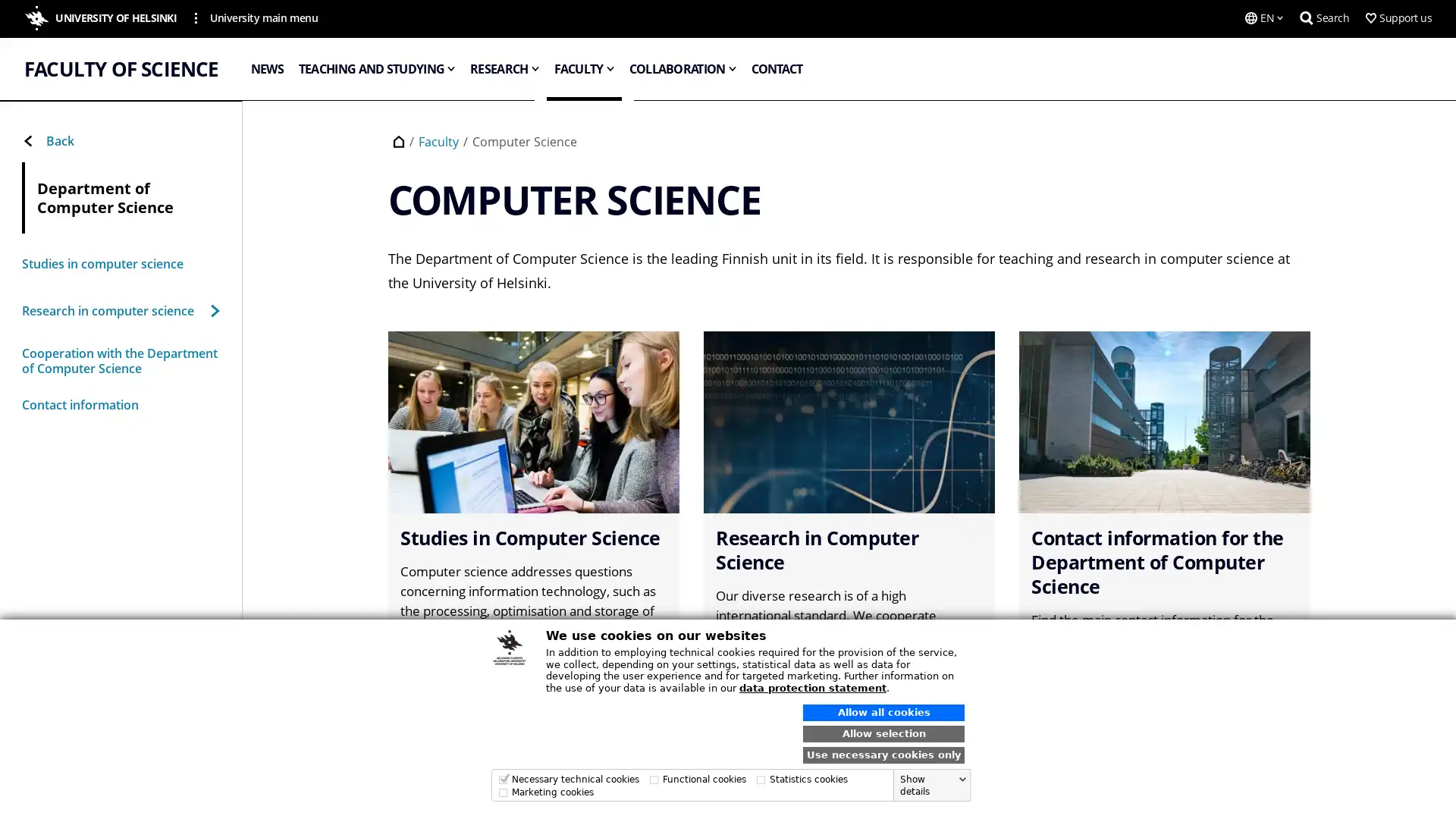 The image size is (1456, 819). What do you see at coordinates (504, 69) in the screenshot?
I see `RESEARCH` at bounding box center [504, 69].